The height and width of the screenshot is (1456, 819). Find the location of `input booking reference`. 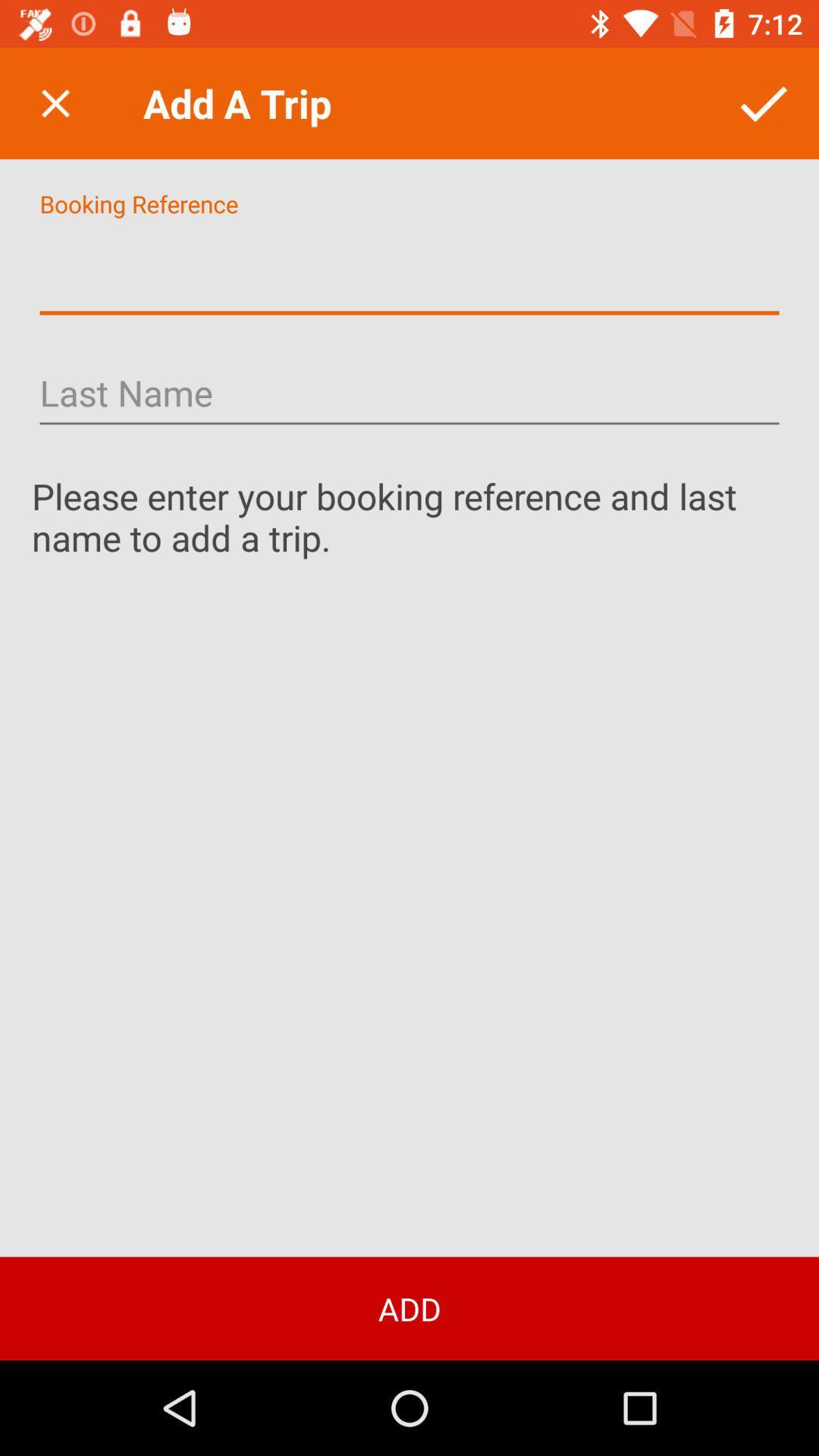

input booking reference is located at coordinates (409, 270).